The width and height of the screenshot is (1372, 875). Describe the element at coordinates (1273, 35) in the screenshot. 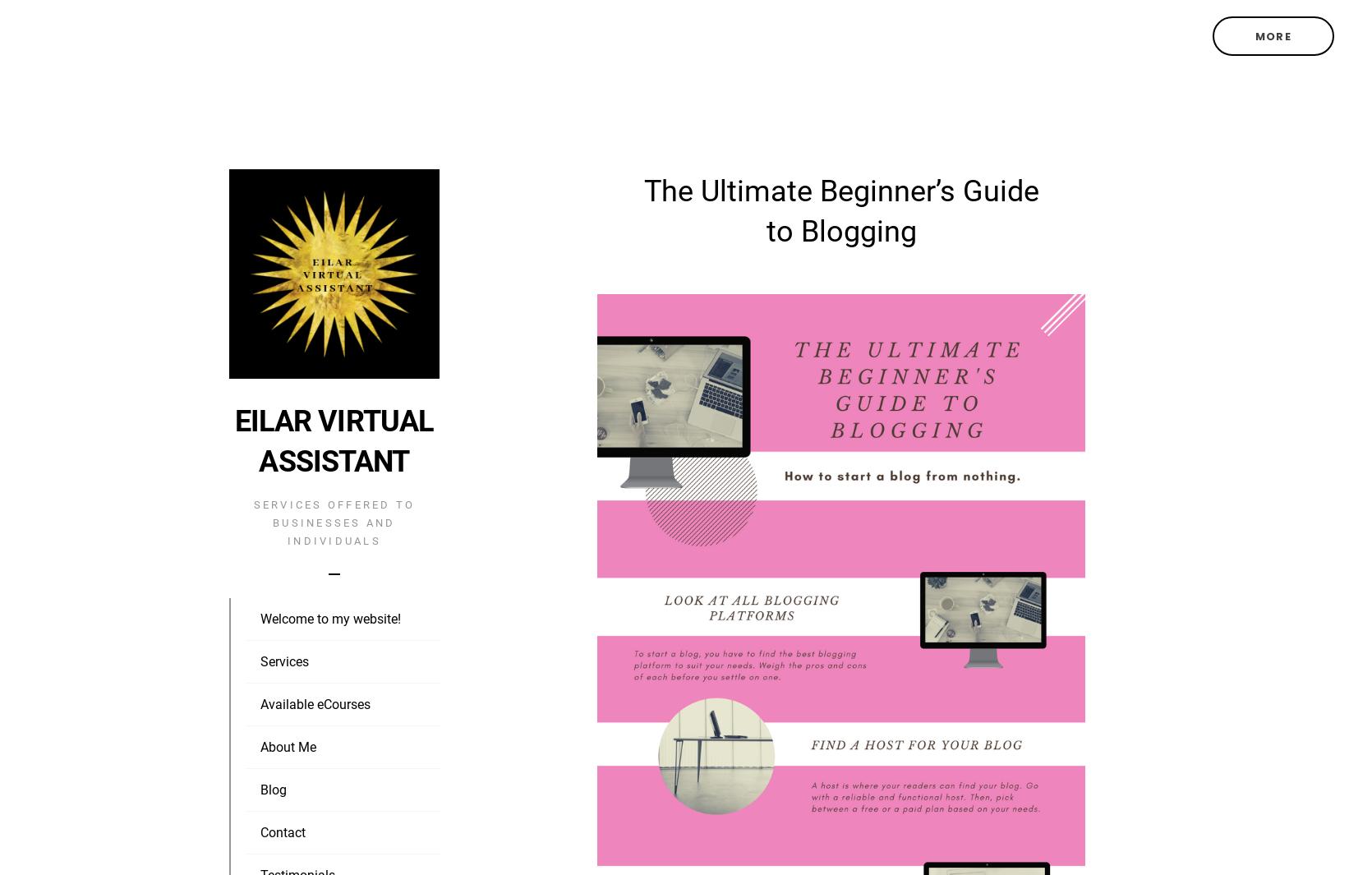

I see `'More'` at that location.